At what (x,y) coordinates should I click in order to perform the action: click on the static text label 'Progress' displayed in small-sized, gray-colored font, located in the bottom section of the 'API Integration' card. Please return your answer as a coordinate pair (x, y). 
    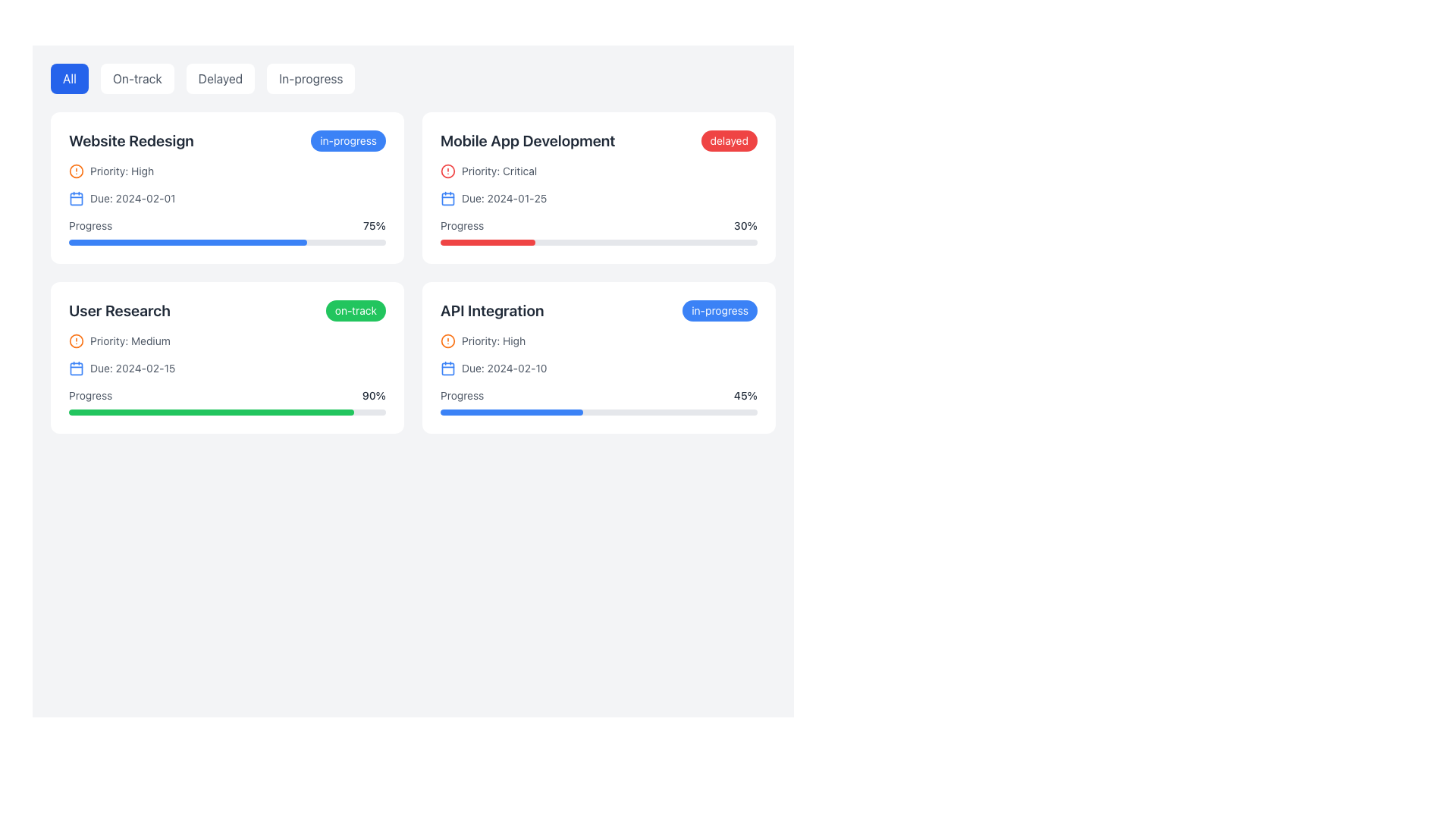
    Looking at the image, I should click on (461, 394).